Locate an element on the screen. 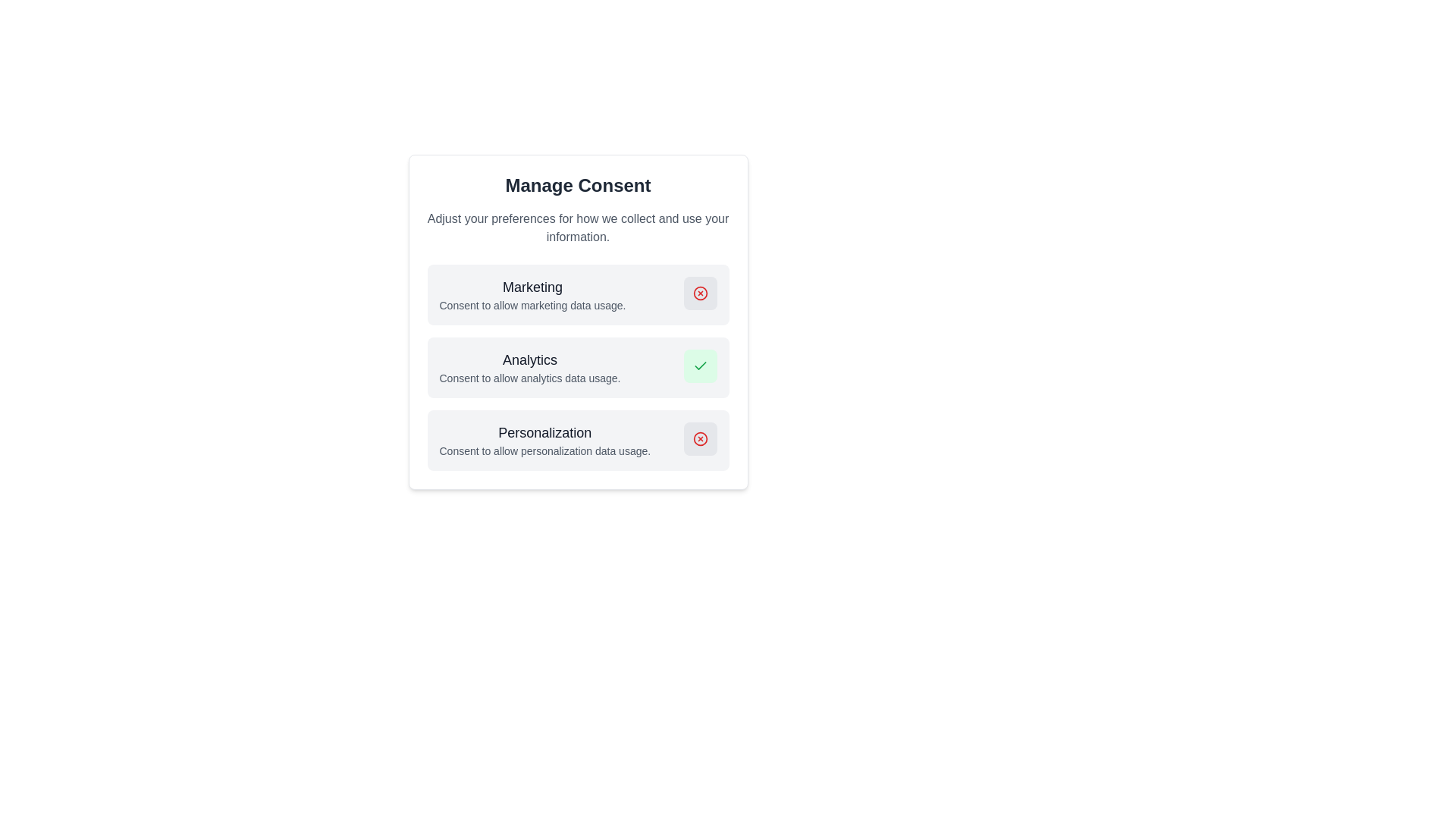  text label providing additional context related to the 'Analytics' preference, located below the 'Analytics' title is located at coordinates (529, 377).